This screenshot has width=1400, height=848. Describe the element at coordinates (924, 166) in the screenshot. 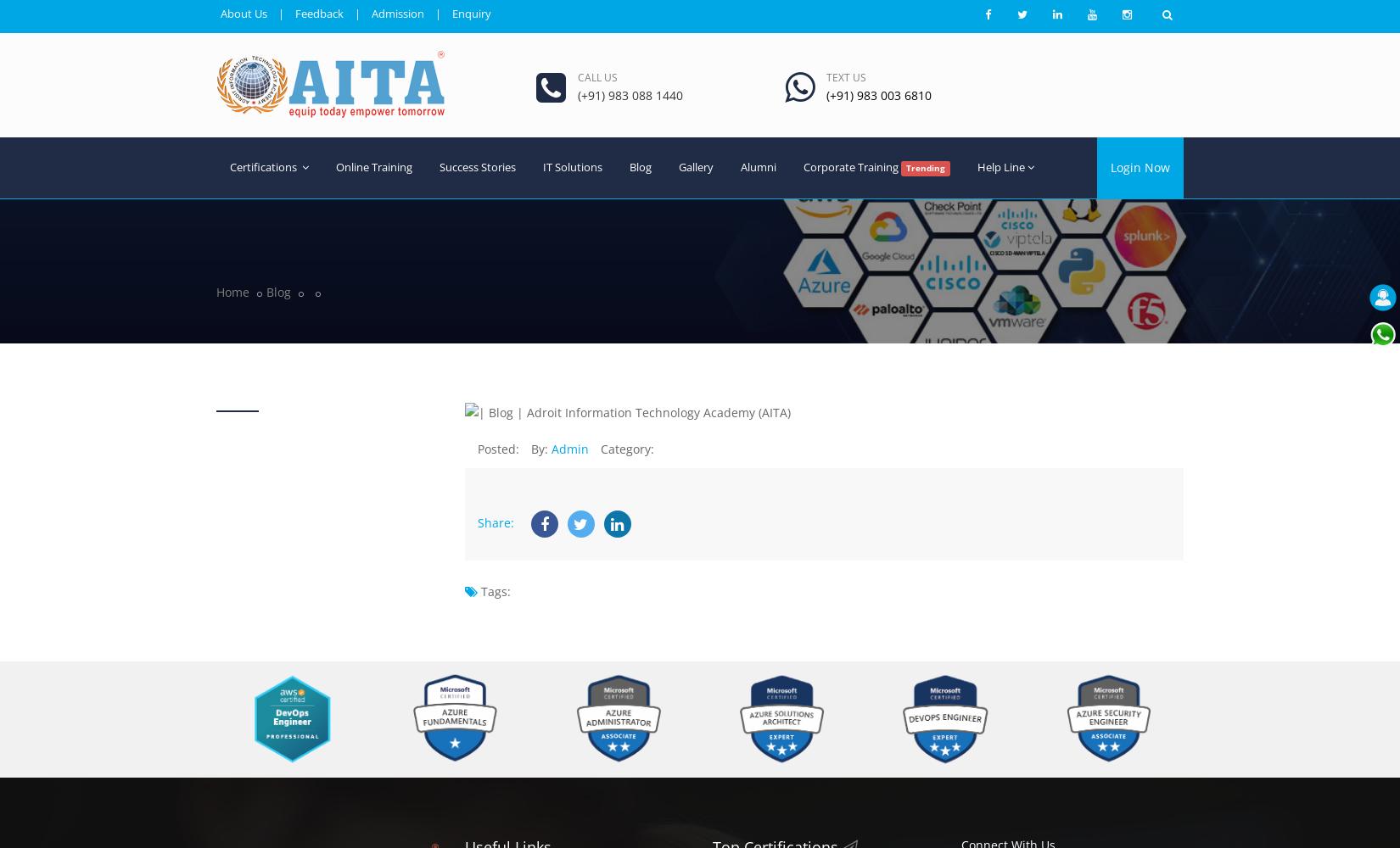

I see `'Trending'` at that location.